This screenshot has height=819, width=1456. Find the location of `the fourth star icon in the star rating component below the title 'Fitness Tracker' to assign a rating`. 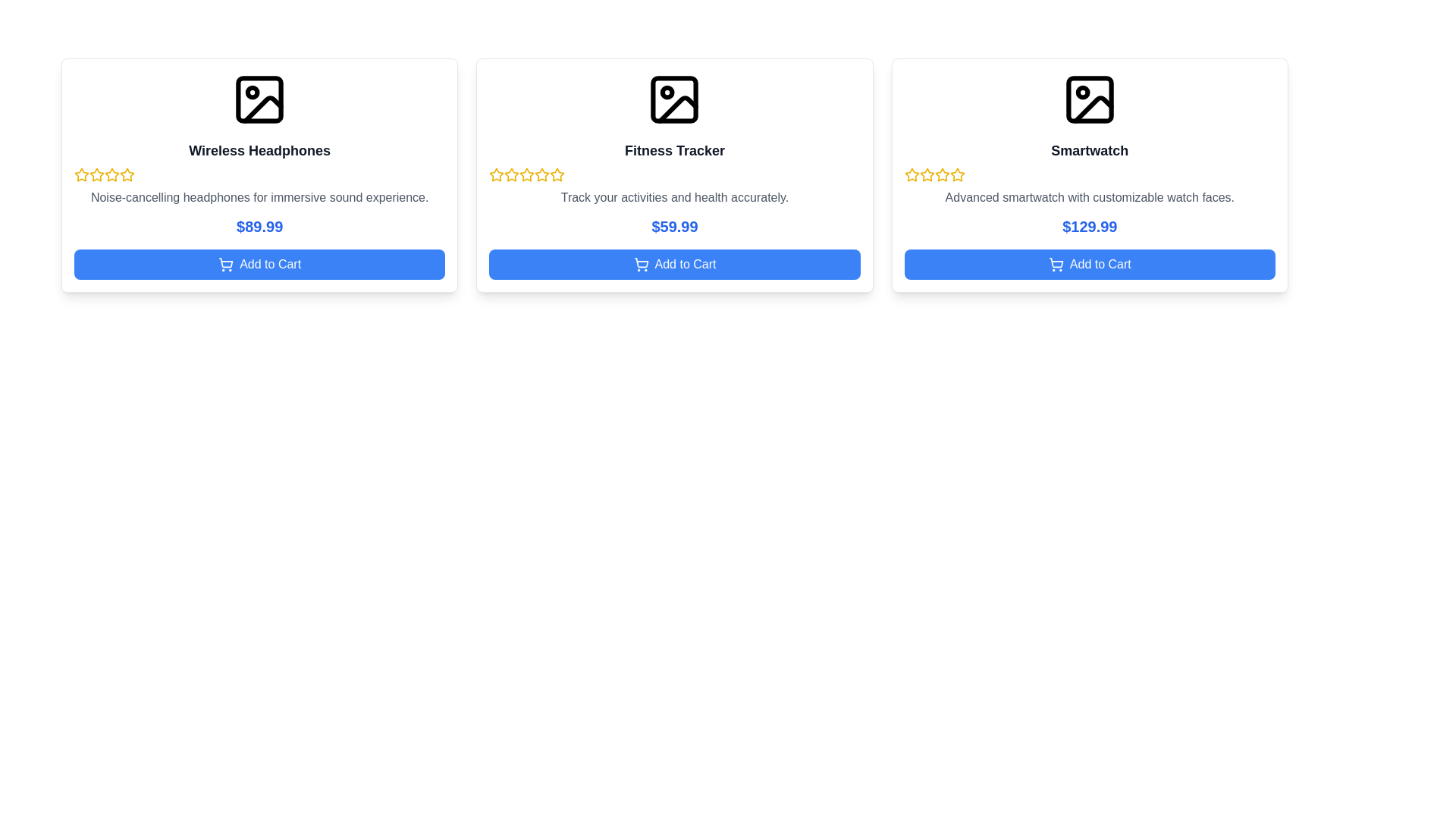

the fourth star icon in the star rating component below the title 'Fitness Tracker' to assign a rating is located at coordinates (542, 174).